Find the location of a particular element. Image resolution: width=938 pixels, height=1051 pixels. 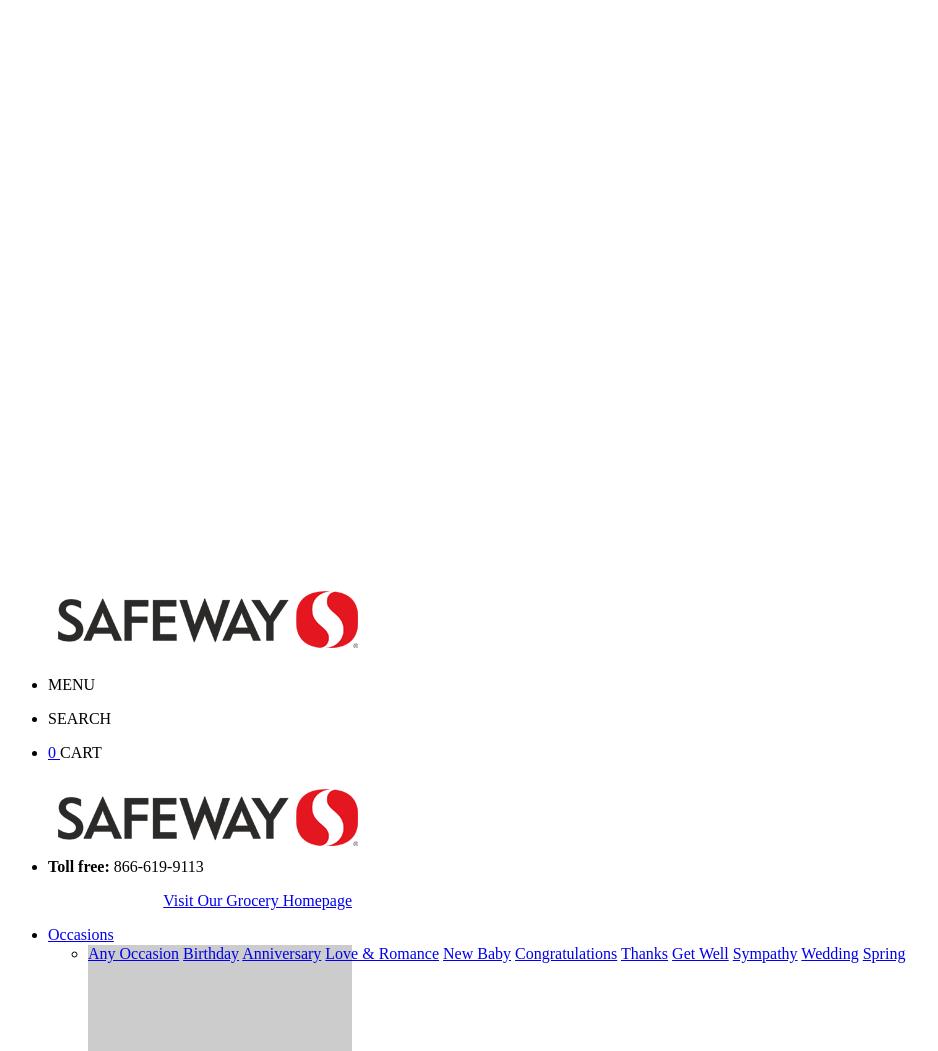

'Sympathy' is located at coordinates (764, 952).